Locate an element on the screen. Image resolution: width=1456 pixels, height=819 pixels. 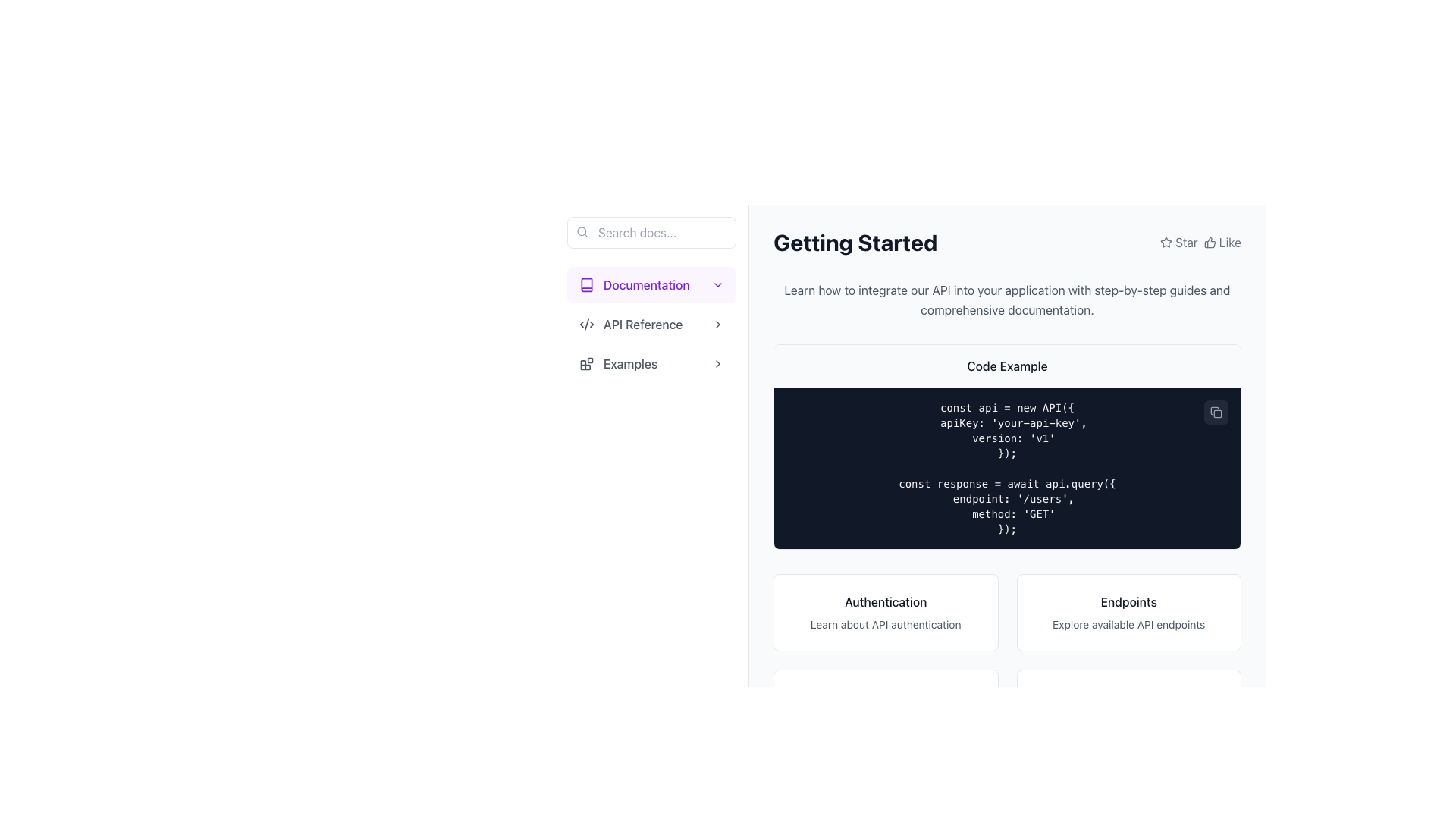
the Text label that indicates the functionality of liking or acknowledging content, located to the right of the thumbs-up icon at the top-right corner of the interface is located at coordinates (1230, 242).